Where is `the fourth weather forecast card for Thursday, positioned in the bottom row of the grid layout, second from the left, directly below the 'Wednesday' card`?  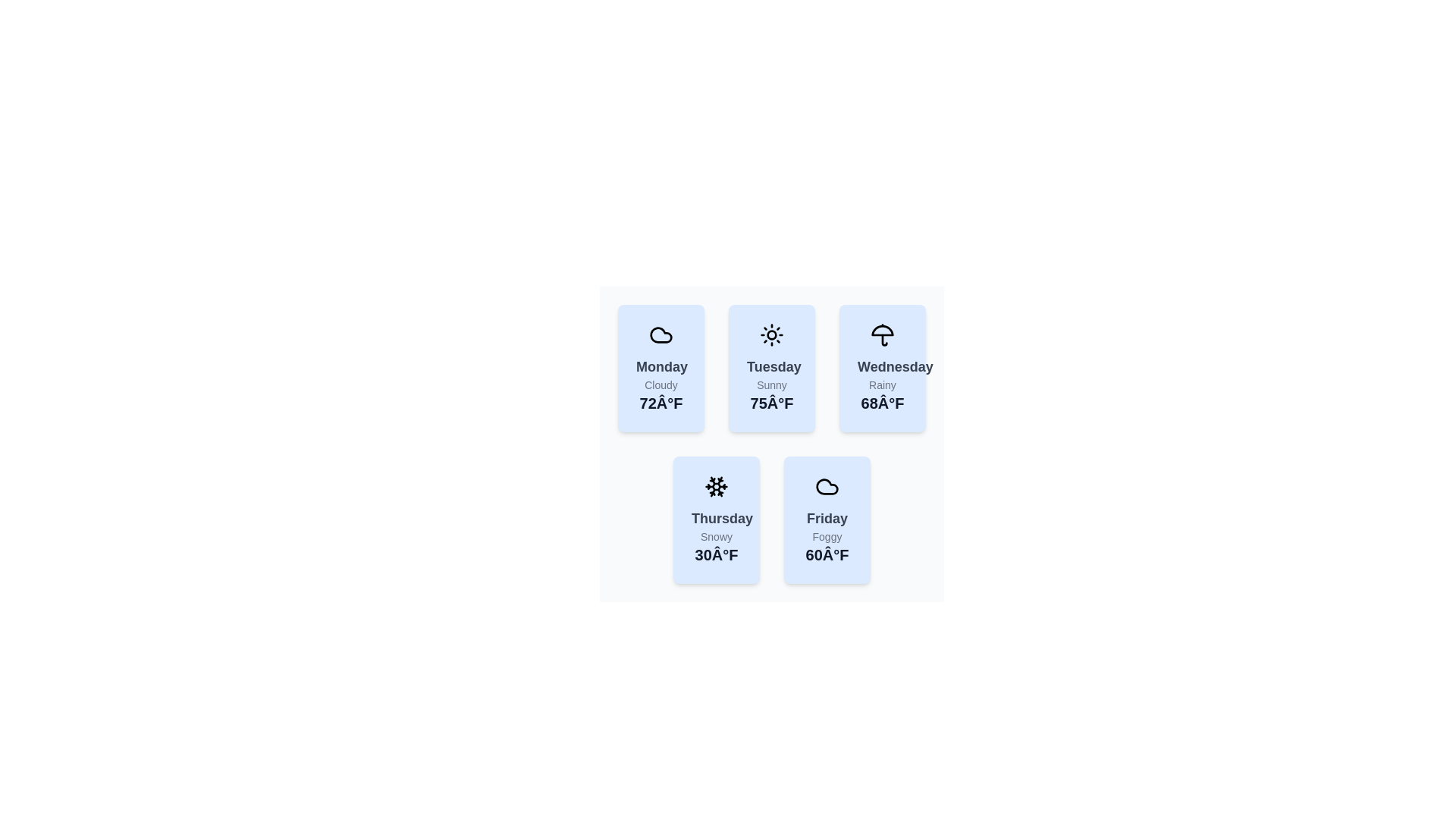 the fourth weather forecast card for Thursday, positioned in the bottom row of the grid layout, second from the left, directly below the 'Wednesday' card is located at coordinates (704, 508).